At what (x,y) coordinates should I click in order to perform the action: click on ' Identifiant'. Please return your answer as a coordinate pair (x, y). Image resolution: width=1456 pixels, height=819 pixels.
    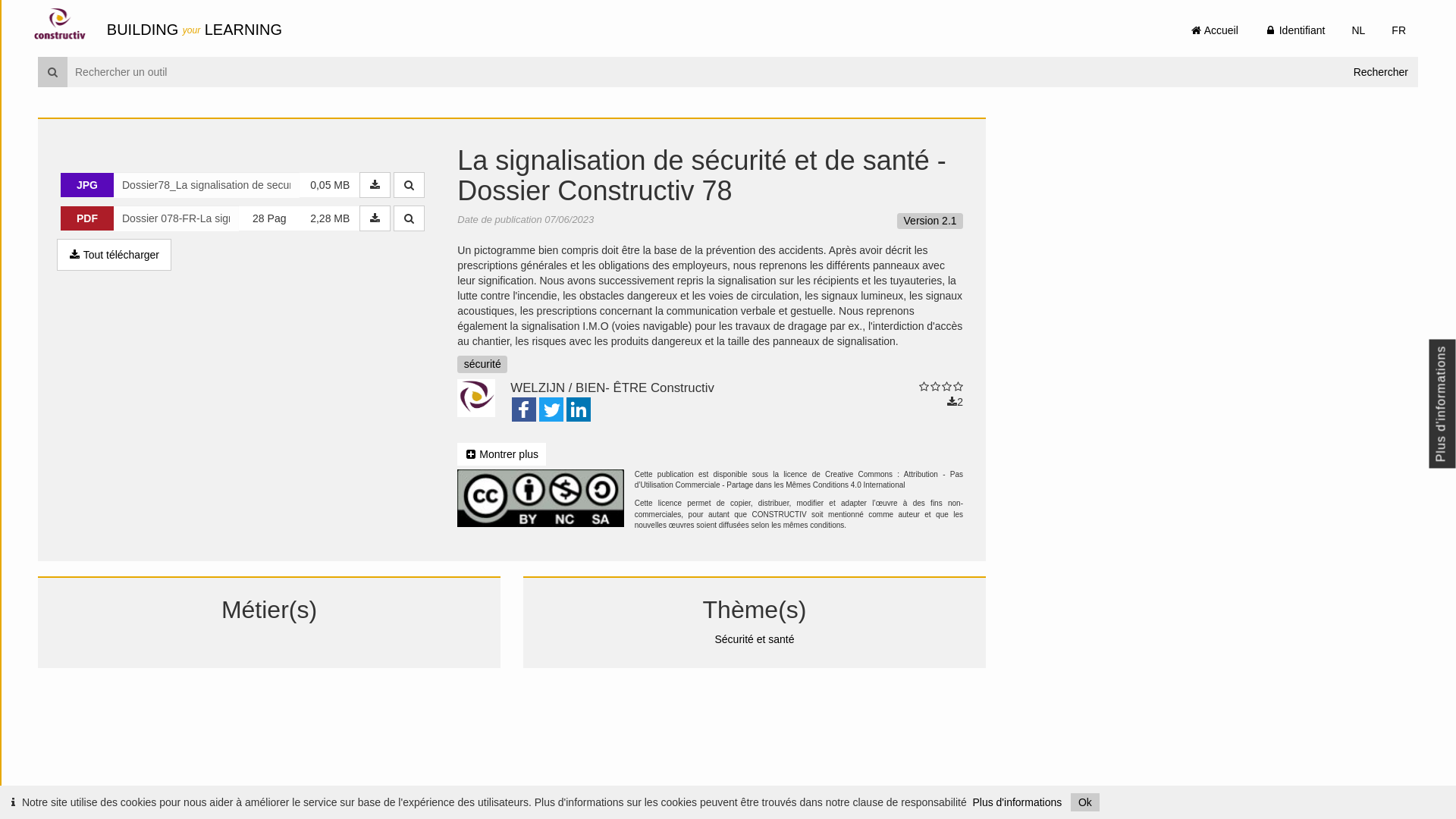
    Looking at the image, I should click on (1294, 30).